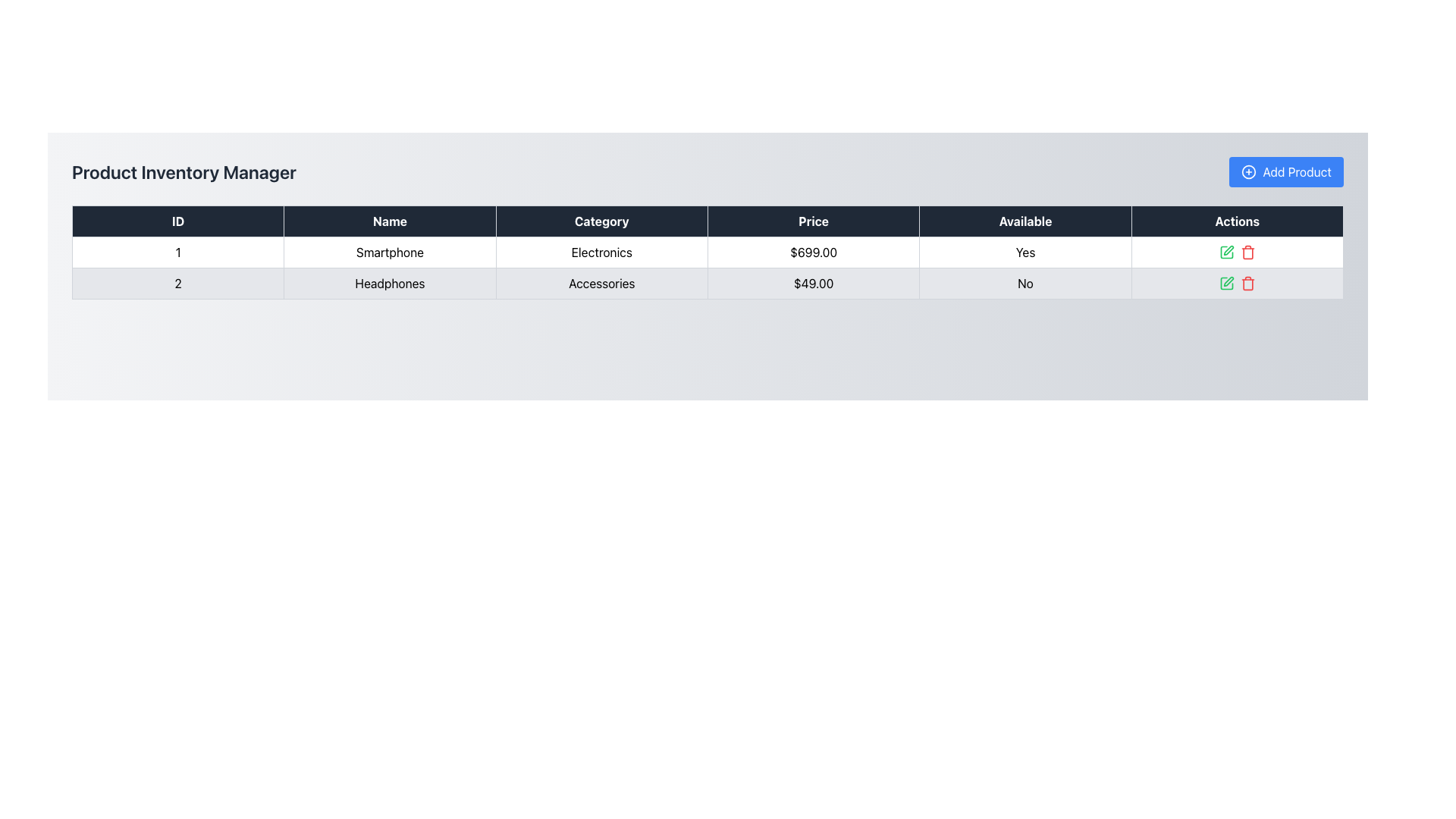 This screenshot has width=1456, height=819. Describe the element at coordinates (178, 251) in the screenshot. I see `to select or highlight the first row of the table, which contains the cell displaying the number '1' in the first column under the 'ID' header` at that location.